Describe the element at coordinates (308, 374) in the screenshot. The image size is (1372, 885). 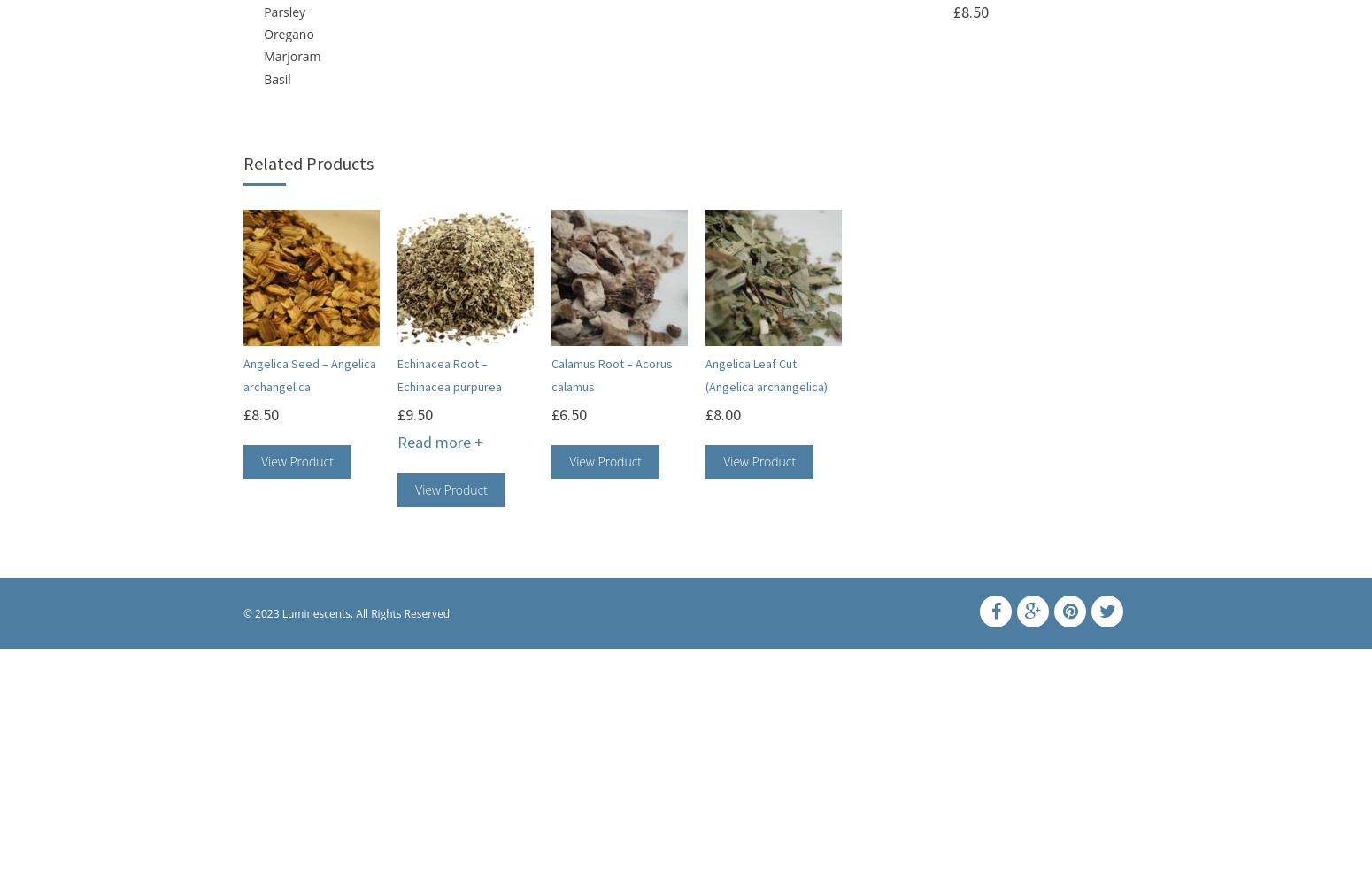
I see `'Angelica Seed – Angelica archangelica'` at that location.